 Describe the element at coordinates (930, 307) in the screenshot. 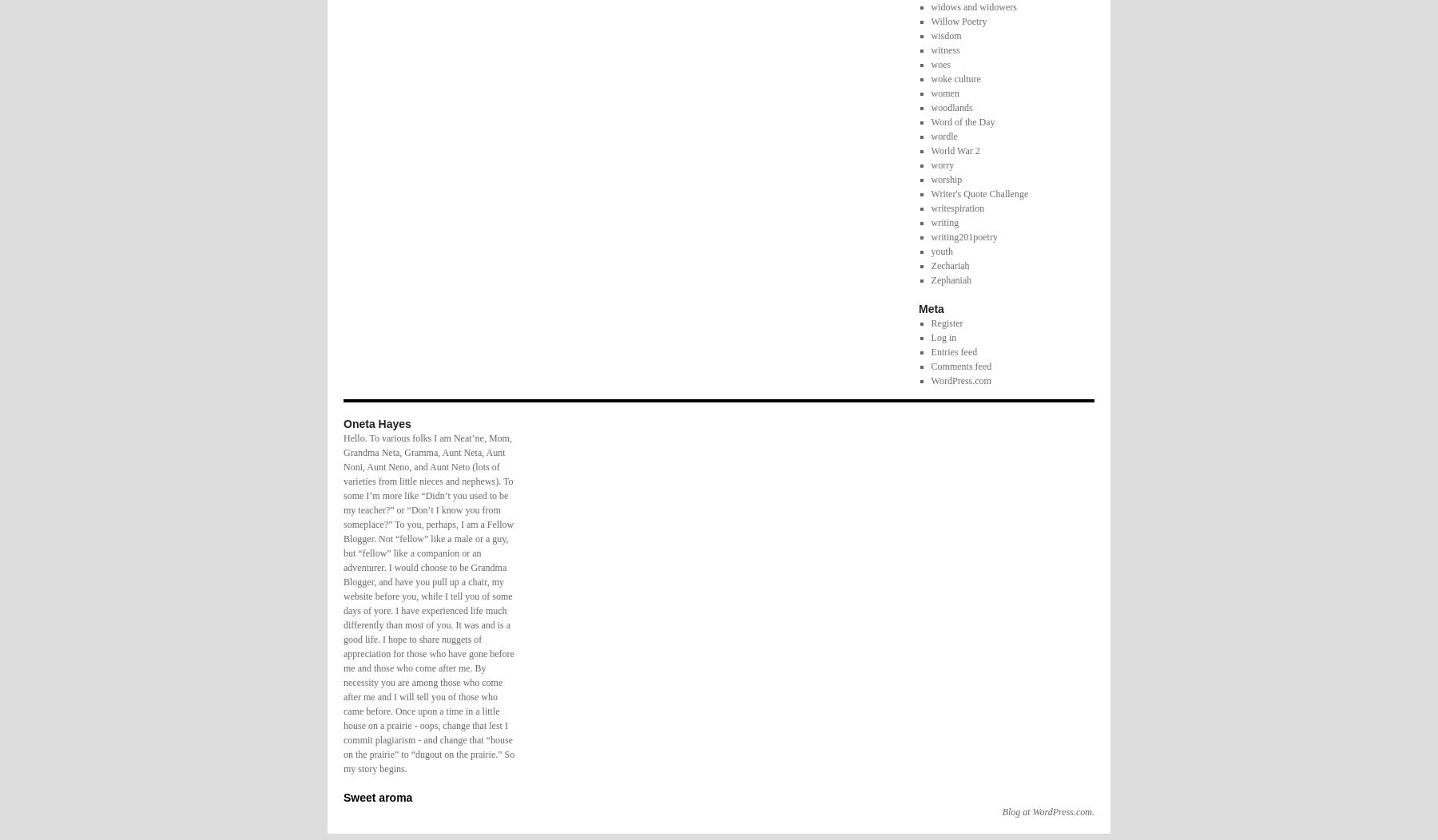

I see `'Meta'` at that location.